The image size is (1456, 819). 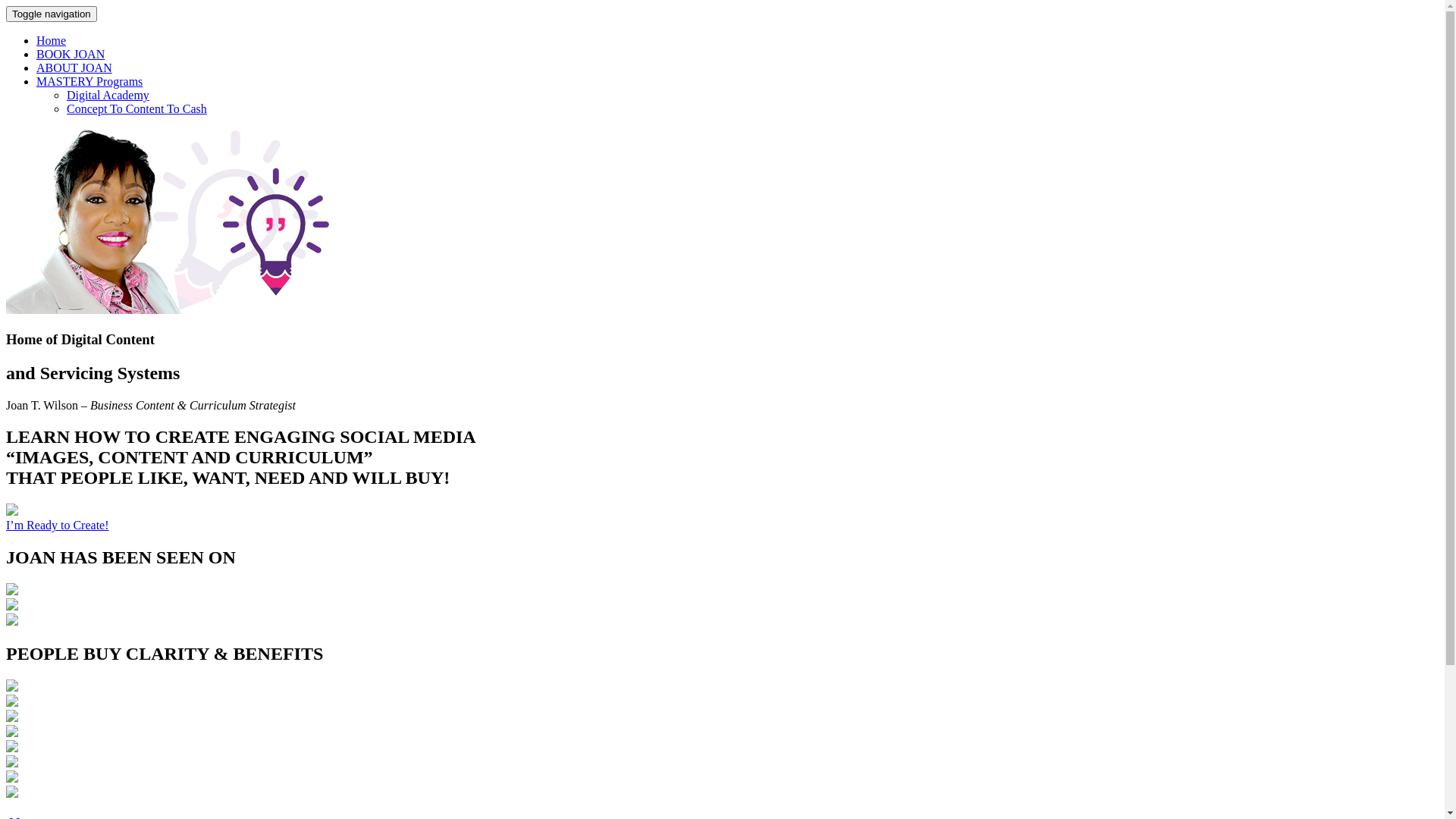 I want to click on 'Concept To Content To Cash', so click(x=65, y=108).